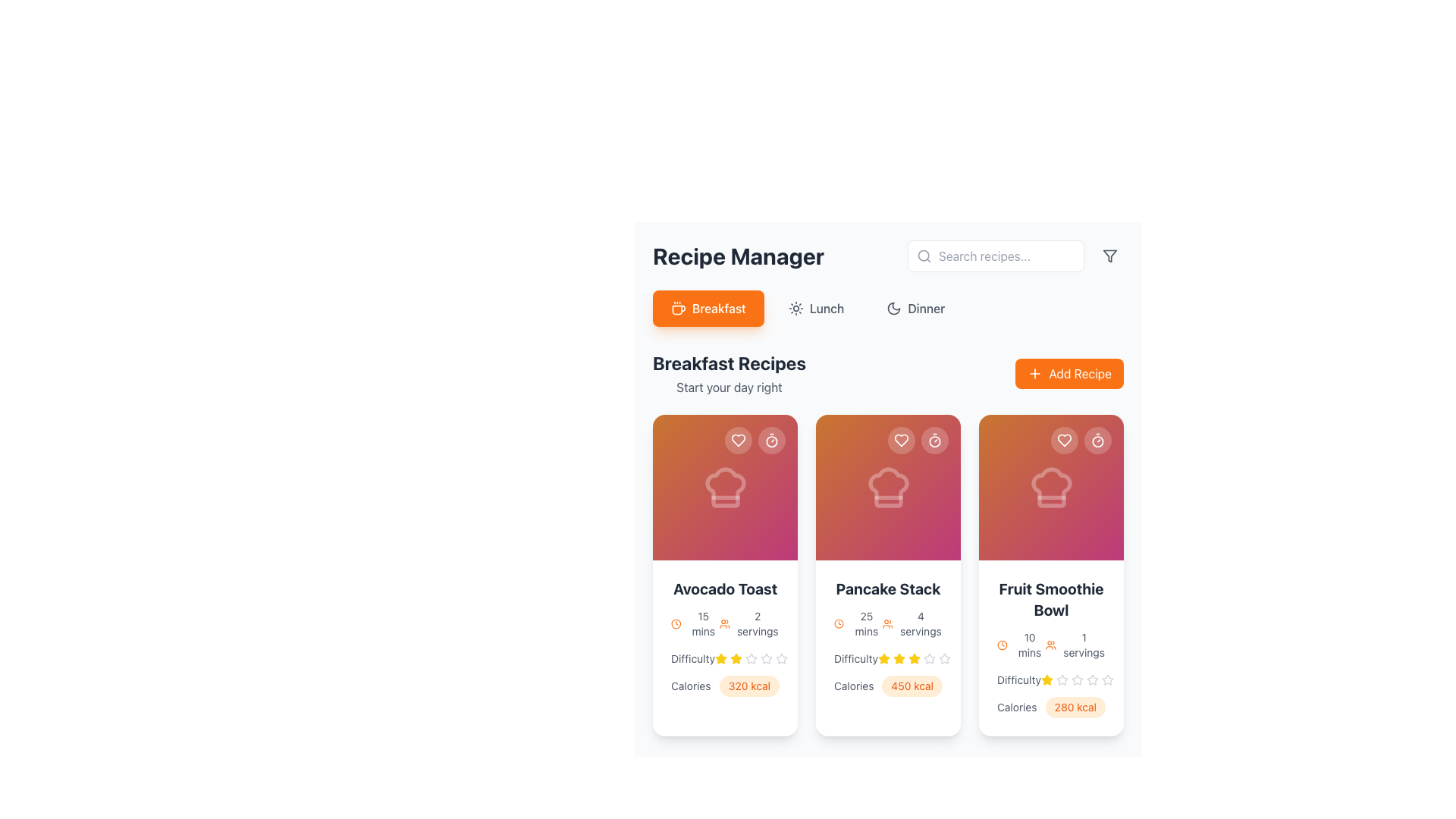 The image size is (1456, 819). What do you see at coordinates (1050, 645) in the screenshot?
I see `the text element displaying '10 mins' and '1 servings' within the 'Fruit Smoothie Bowl' recipe card in the 'Breakfast Recipes' section` at bounding box center [1050, 645].